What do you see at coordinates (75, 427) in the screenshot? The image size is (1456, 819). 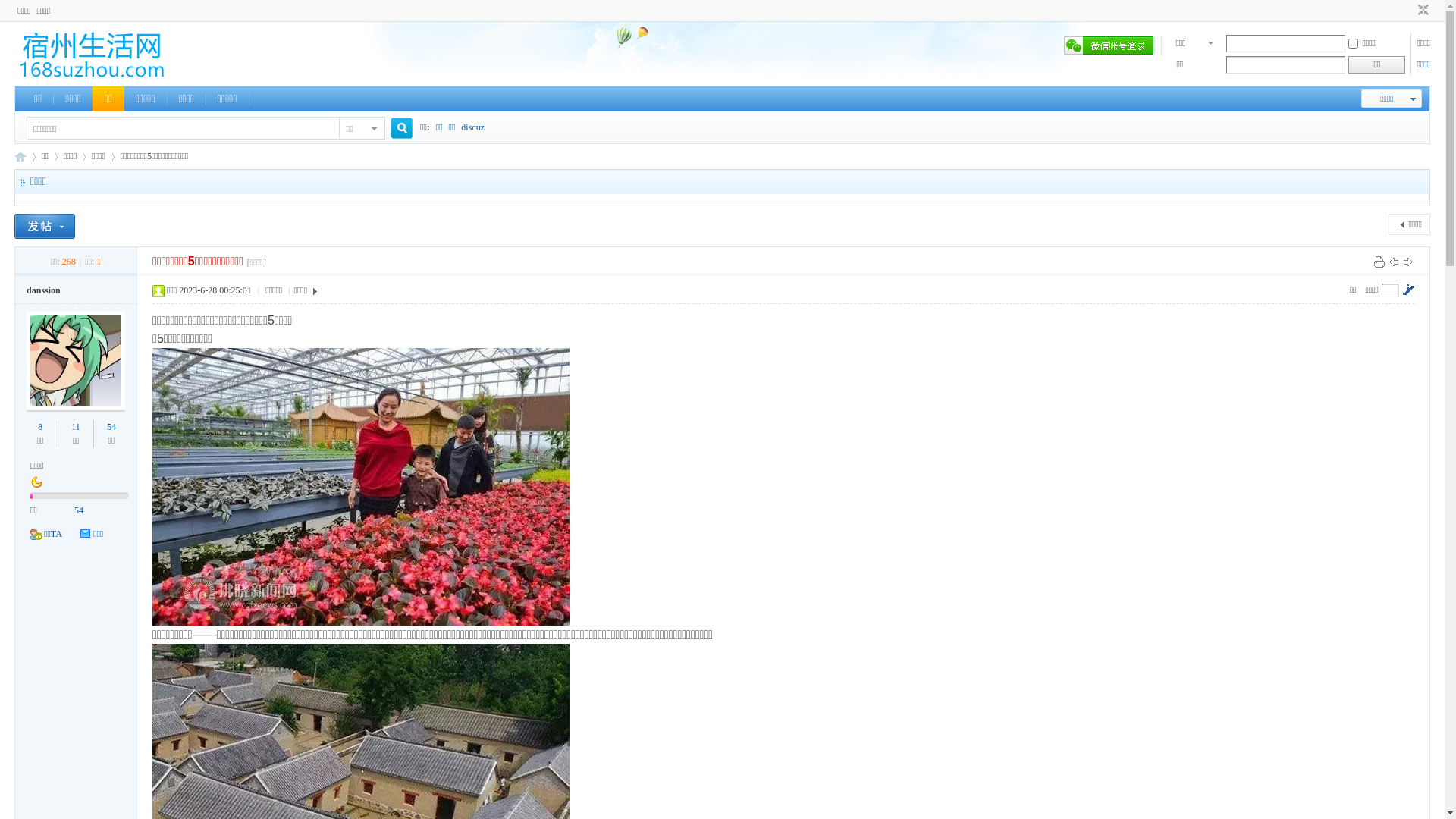 I see `'11'` at bounding box center [75, 427].